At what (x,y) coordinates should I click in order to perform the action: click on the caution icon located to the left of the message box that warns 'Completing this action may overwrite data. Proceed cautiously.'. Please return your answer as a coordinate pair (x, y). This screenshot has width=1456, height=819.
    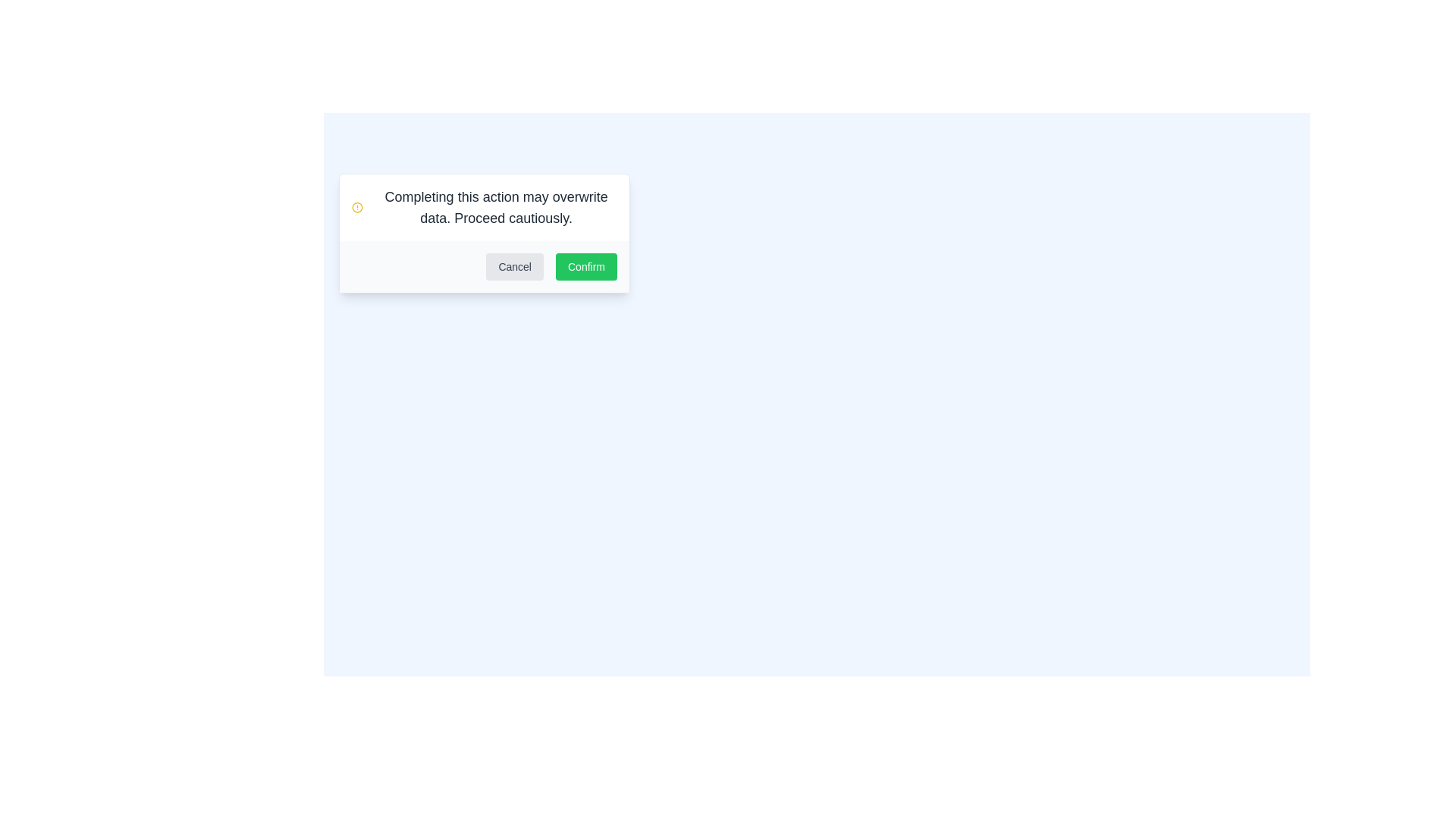
    Looking at the image, I should click on (356, 207).